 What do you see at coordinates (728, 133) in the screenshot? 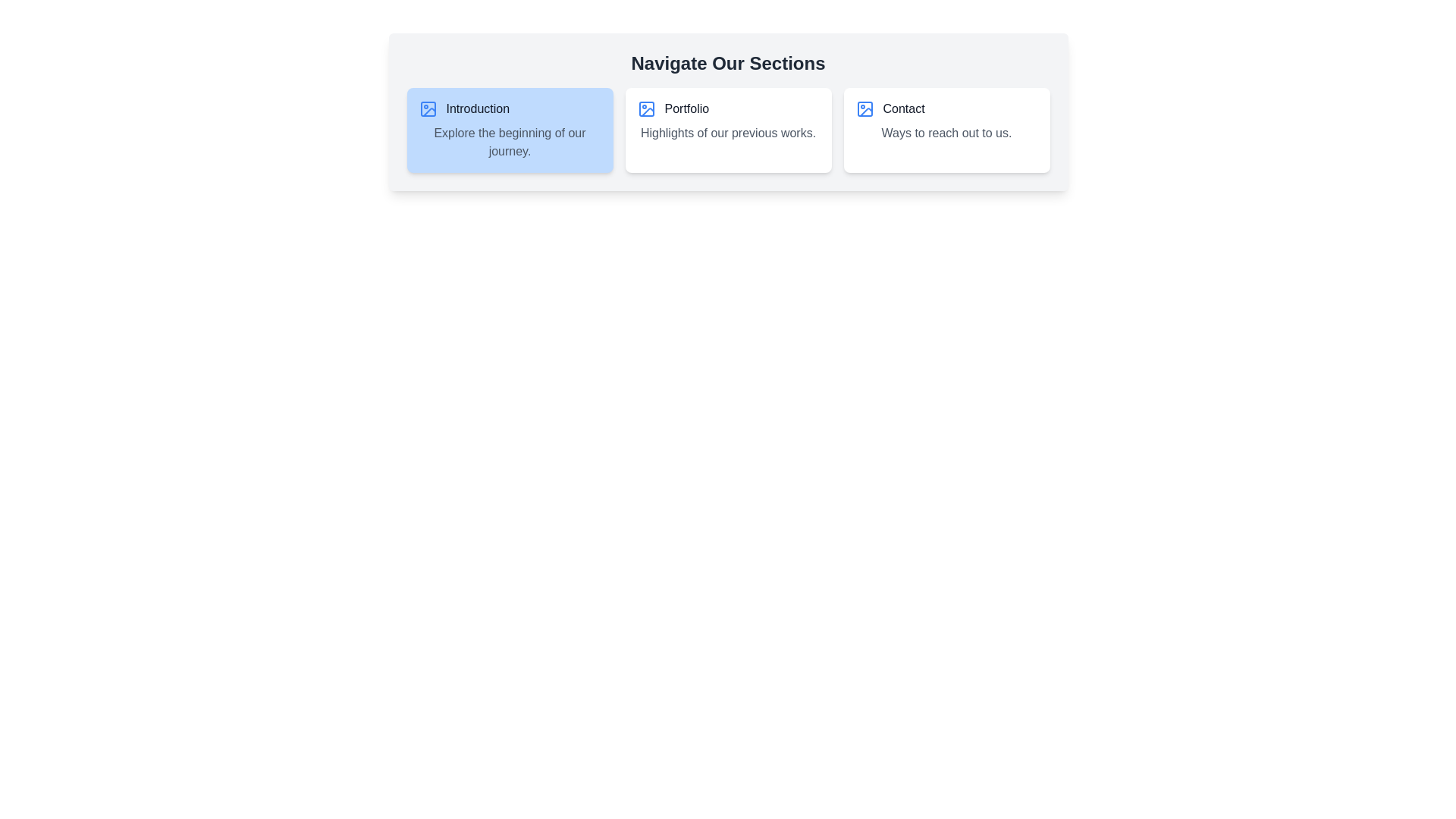
I see `text label that reads 'Highlights of our previous works,' which is located beneath the bolded title 'Portfolio.'` at bounding box center [728, 133].